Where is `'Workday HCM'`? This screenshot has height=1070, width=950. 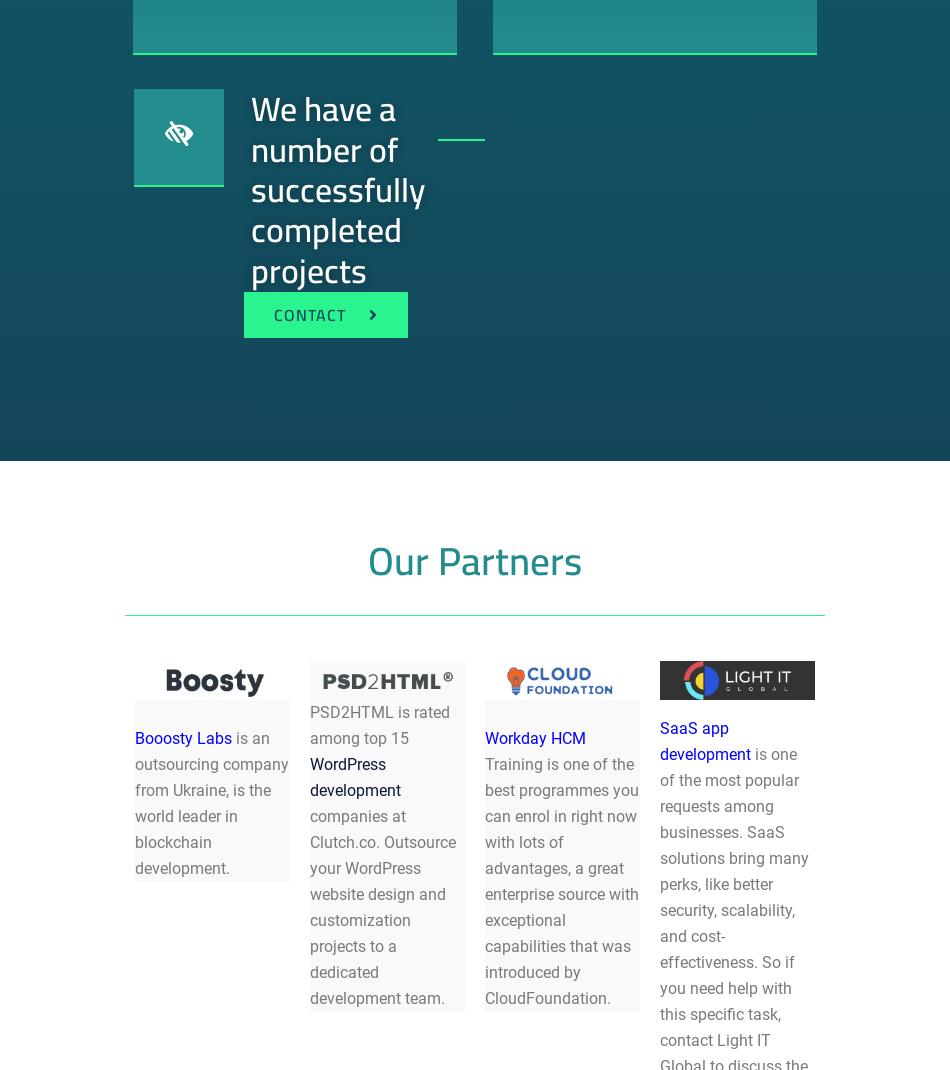
'Workday HCM' is located at coordinates (535, 736).